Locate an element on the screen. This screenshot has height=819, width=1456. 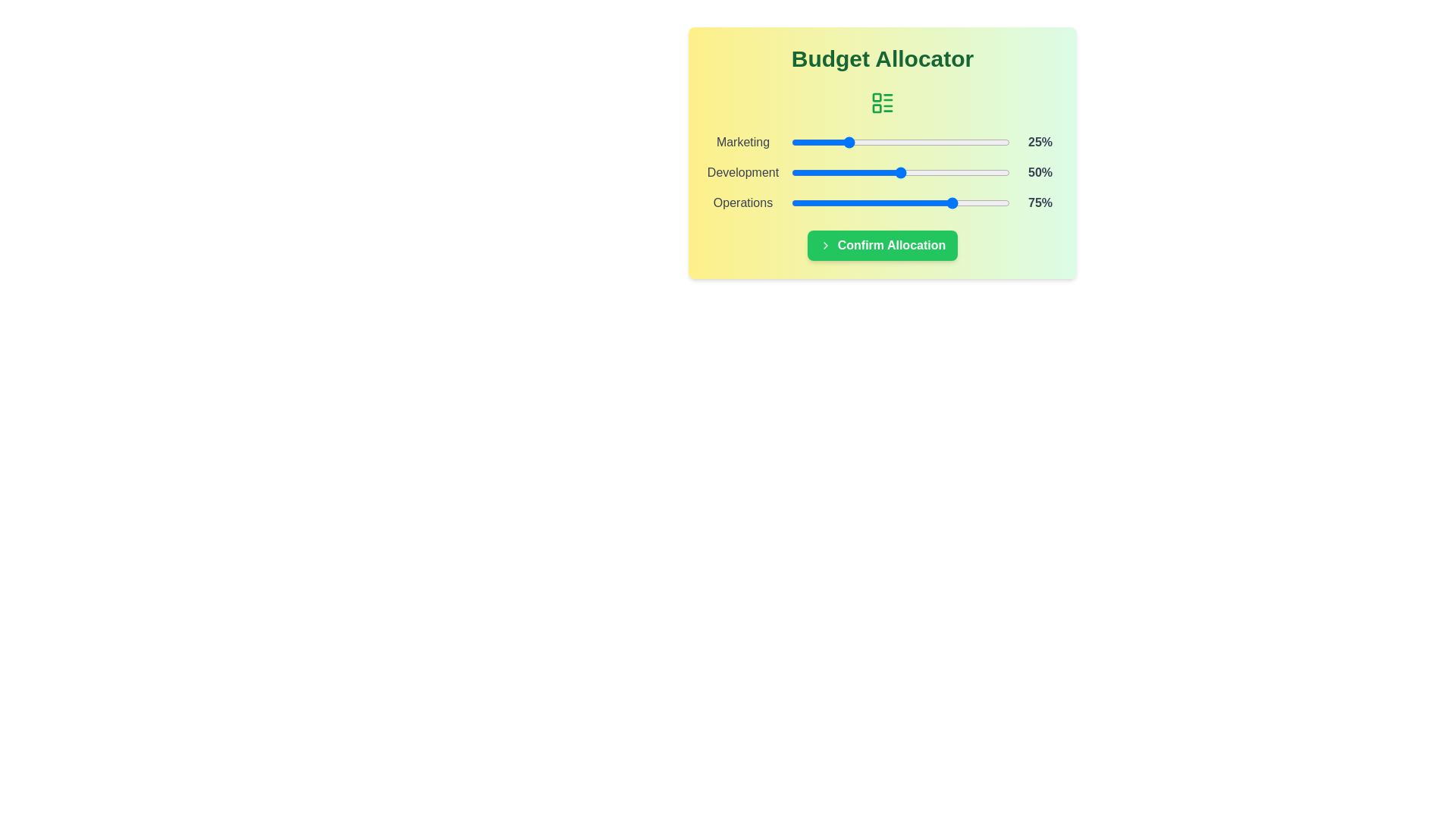
'Confirm Allocation' button is located at coordinates (882, 245).